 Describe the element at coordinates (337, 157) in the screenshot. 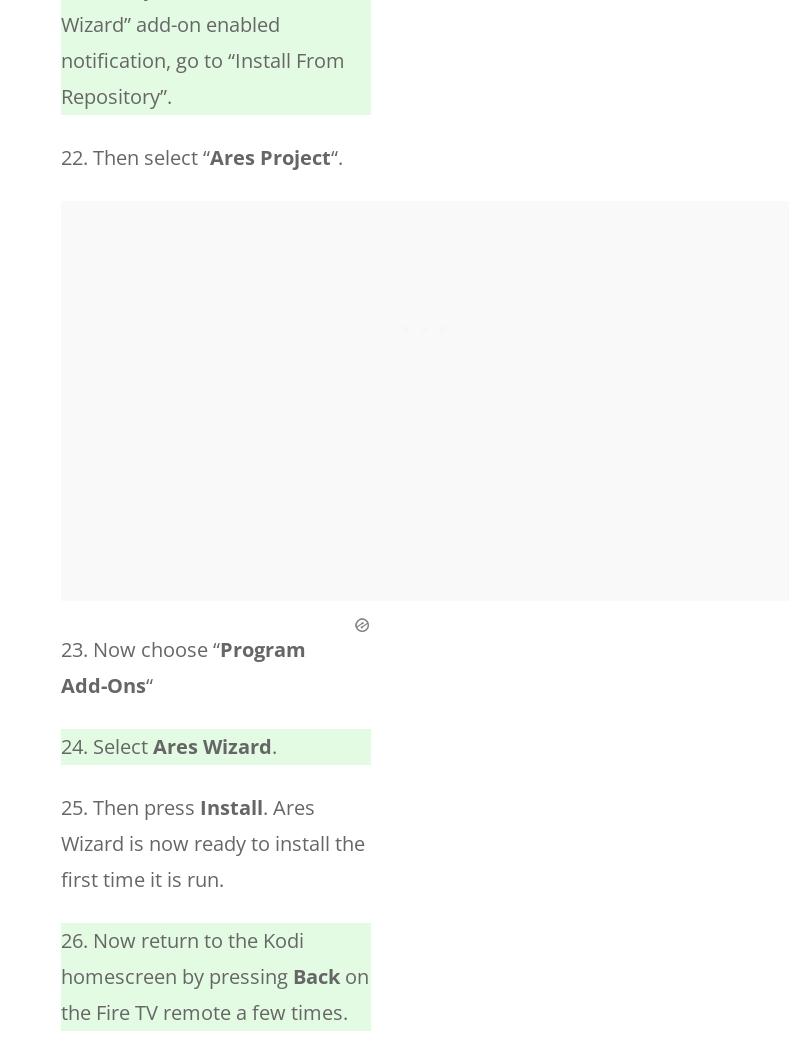

I see `'“.'` at that location.